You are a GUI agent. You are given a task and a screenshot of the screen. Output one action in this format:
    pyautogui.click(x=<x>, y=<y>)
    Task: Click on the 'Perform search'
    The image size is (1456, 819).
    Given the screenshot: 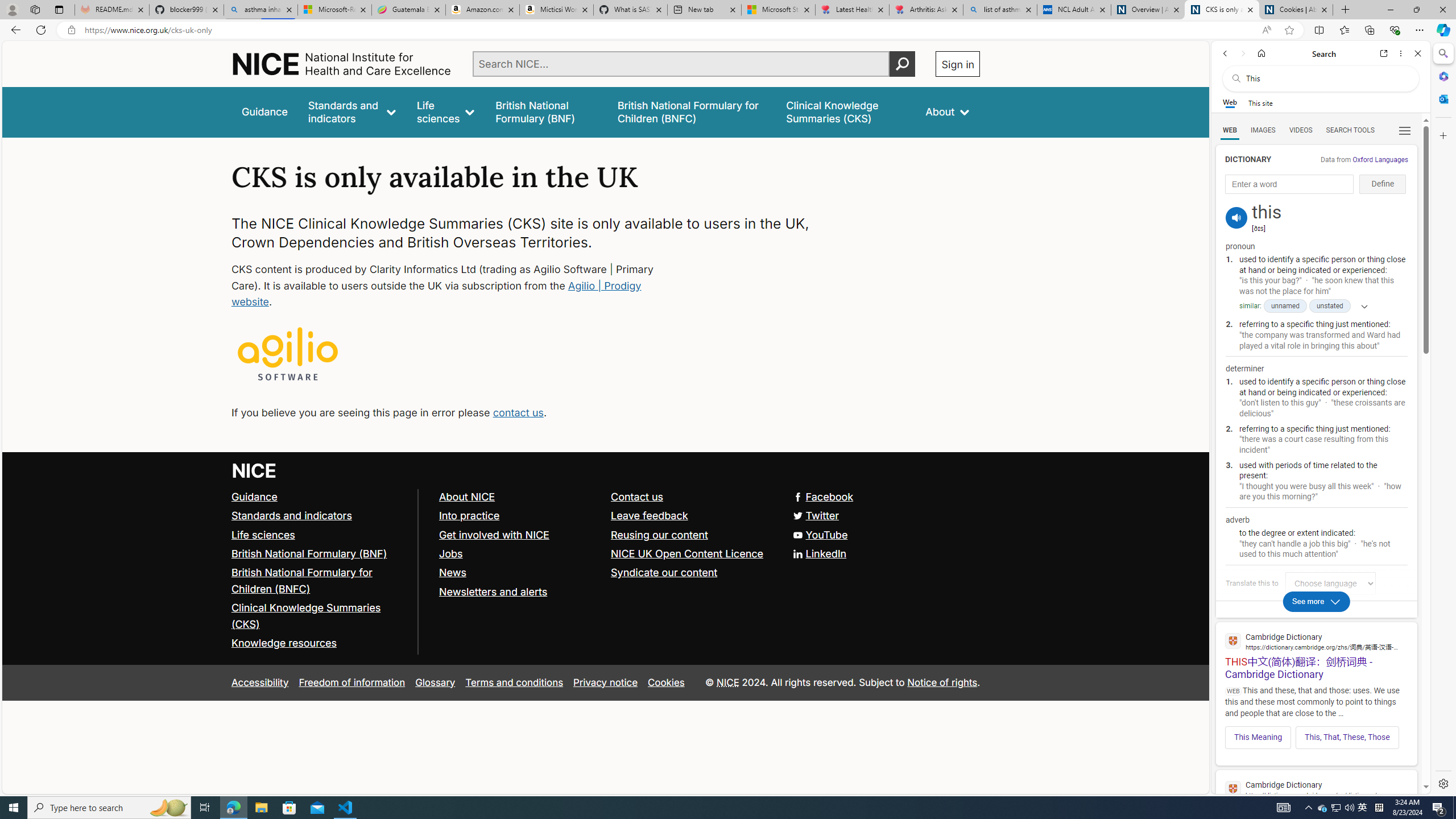 What is the action you would take?
    pyautogui.click(x=902, y=63)
    